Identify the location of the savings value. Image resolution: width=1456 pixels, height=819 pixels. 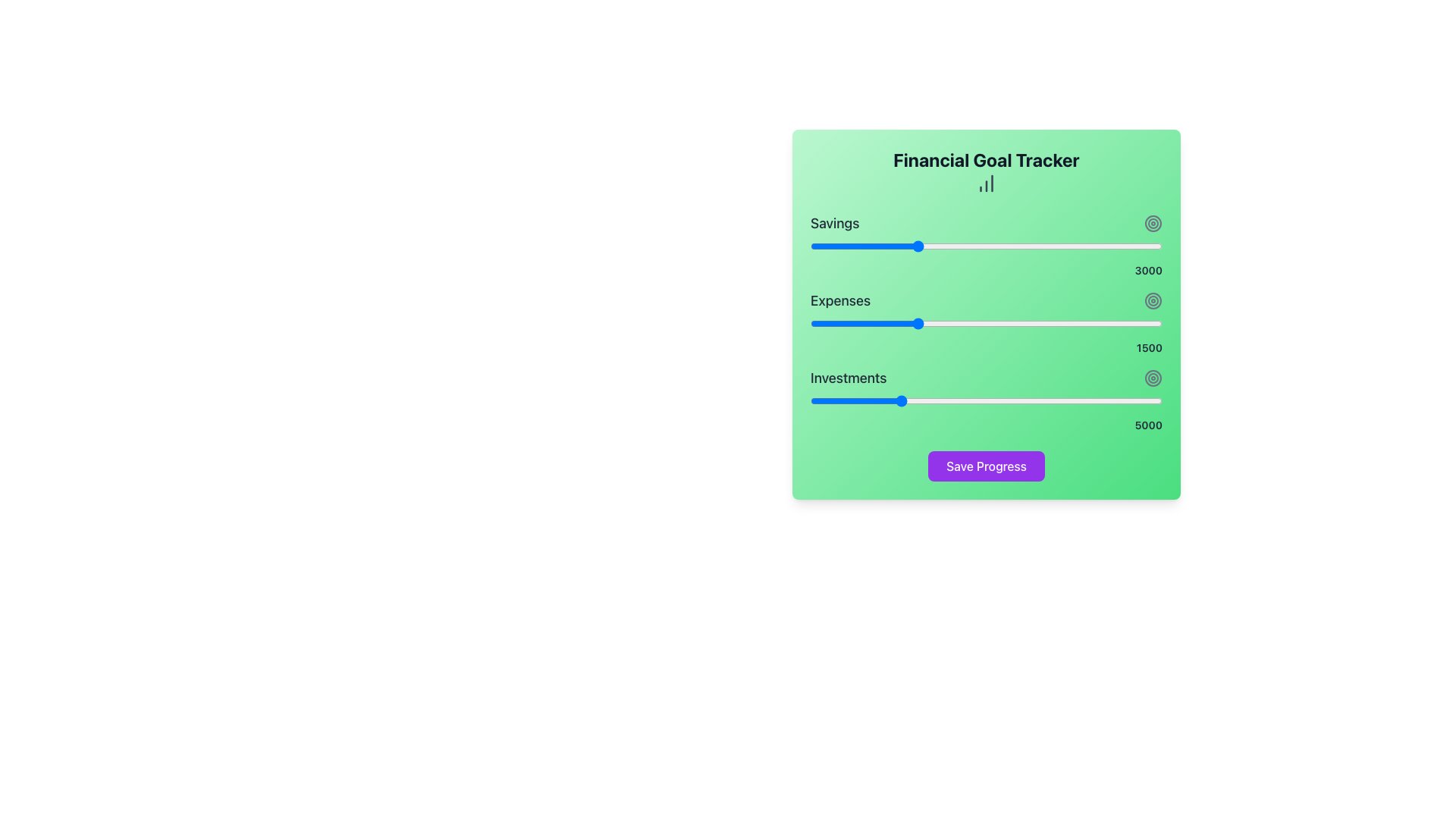
(1147, 245).